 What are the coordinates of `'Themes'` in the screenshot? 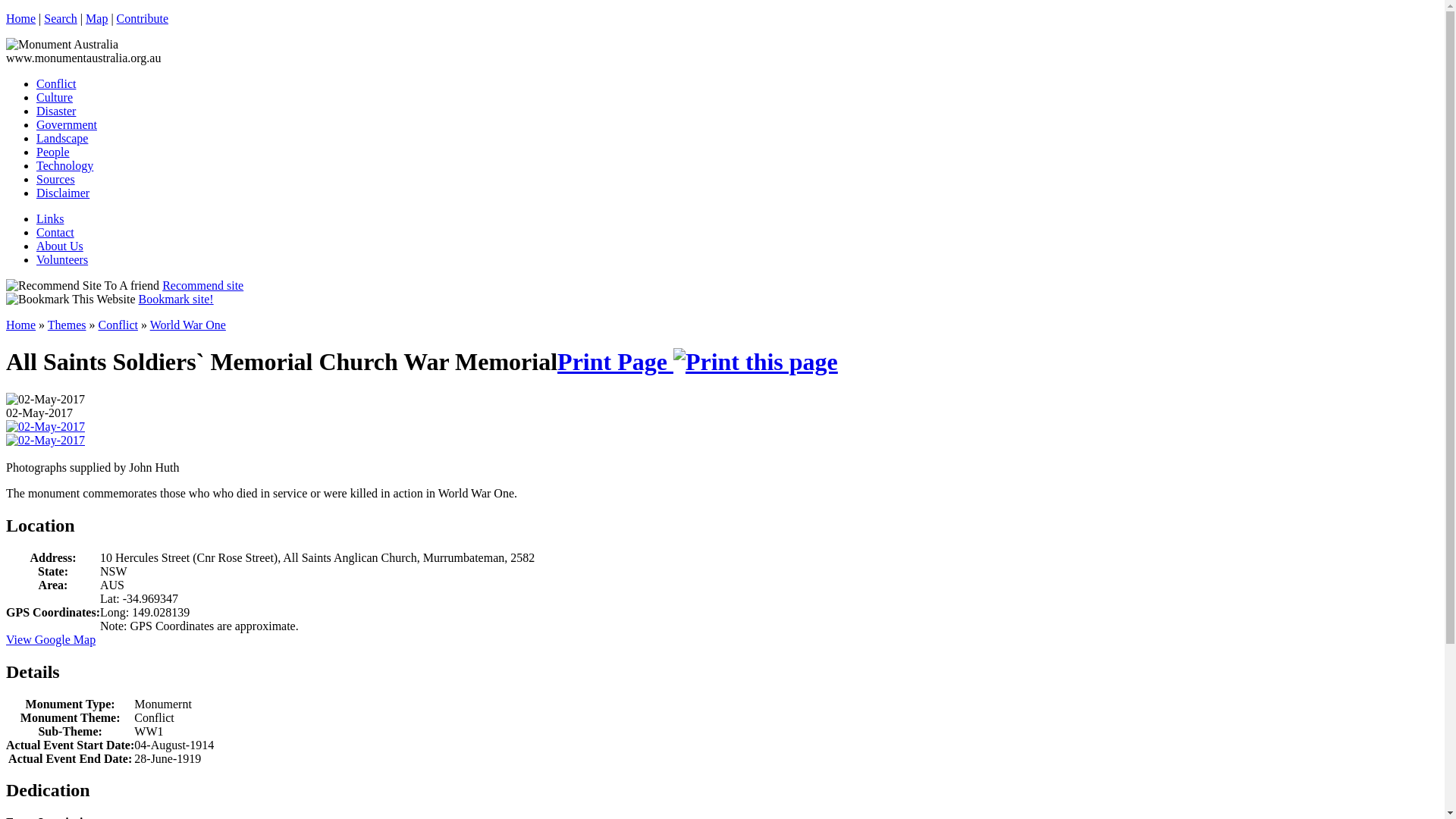 It's located at (66, 324).